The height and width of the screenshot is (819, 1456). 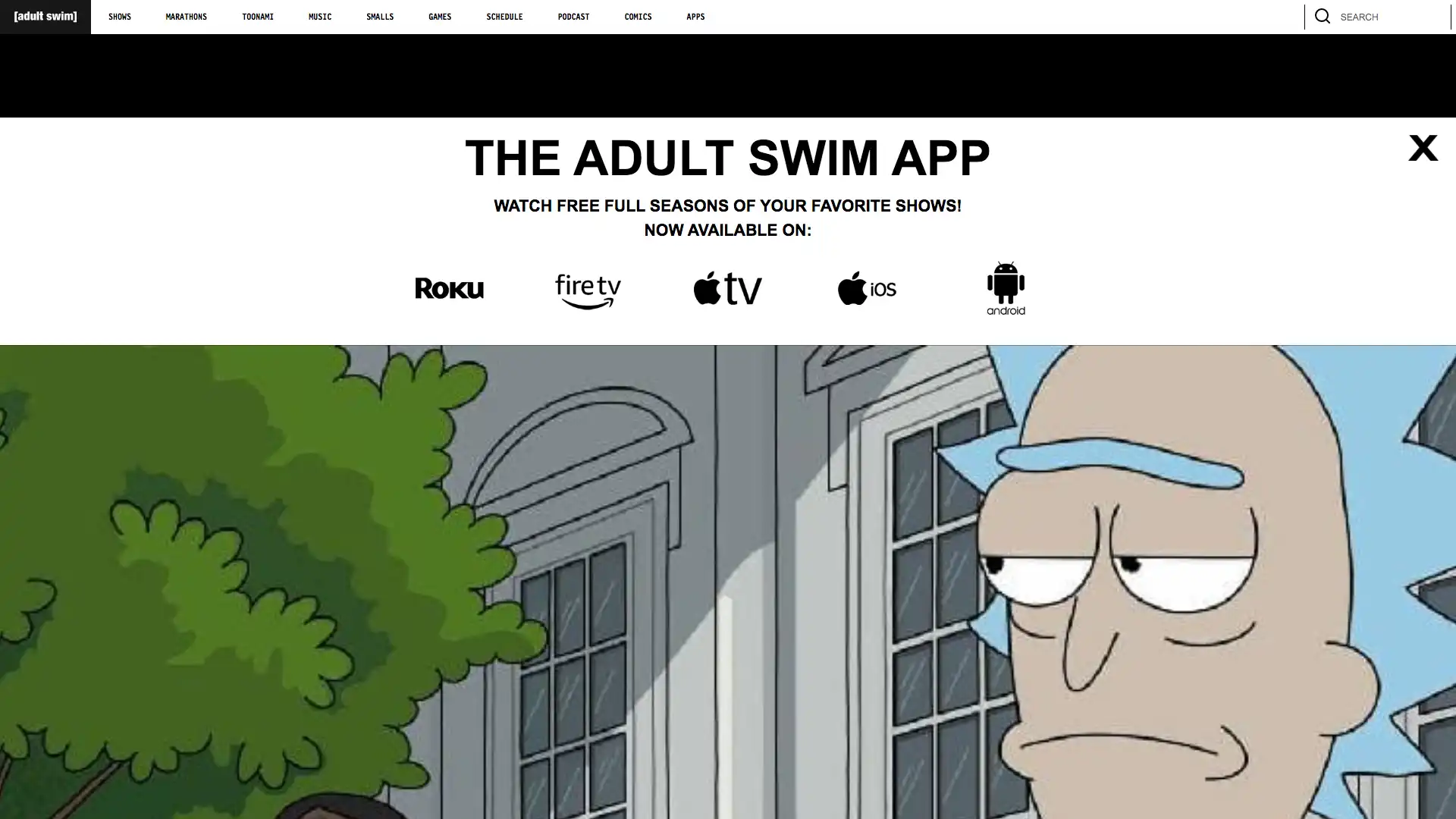 What do you see at coordinates (1432, 17) in the screenshot?
I see `search` at bounding box center [1432, 17].